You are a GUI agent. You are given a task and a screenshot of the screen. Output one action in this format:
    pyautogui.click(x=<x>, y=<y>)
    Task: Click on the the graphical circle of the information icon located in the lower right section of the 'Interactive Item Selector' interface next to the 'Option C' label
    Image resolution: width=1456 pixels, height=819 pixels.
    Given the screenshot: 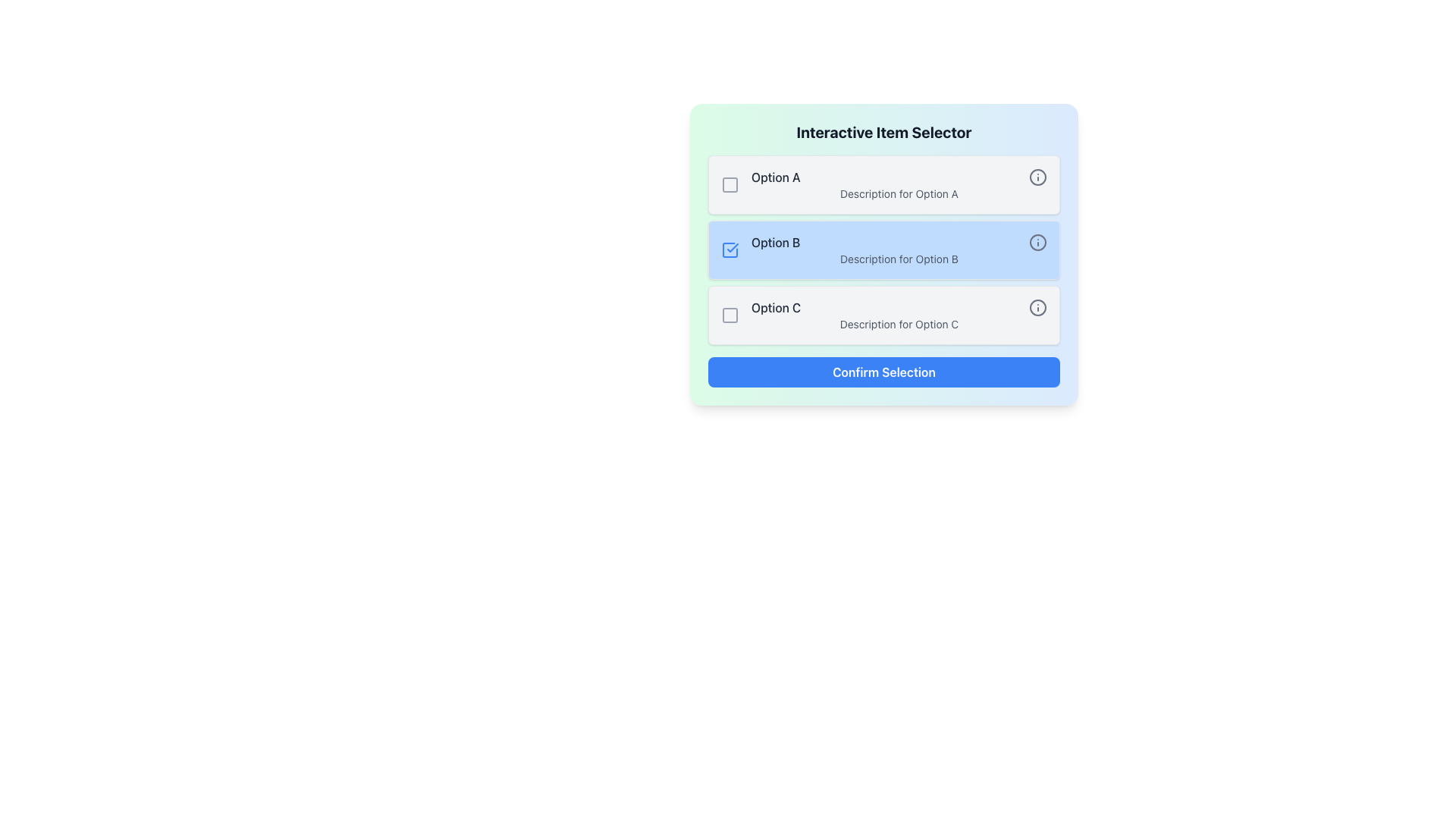 What is the action you would take?
    pyautogui.click(x=1037, y=307)
    